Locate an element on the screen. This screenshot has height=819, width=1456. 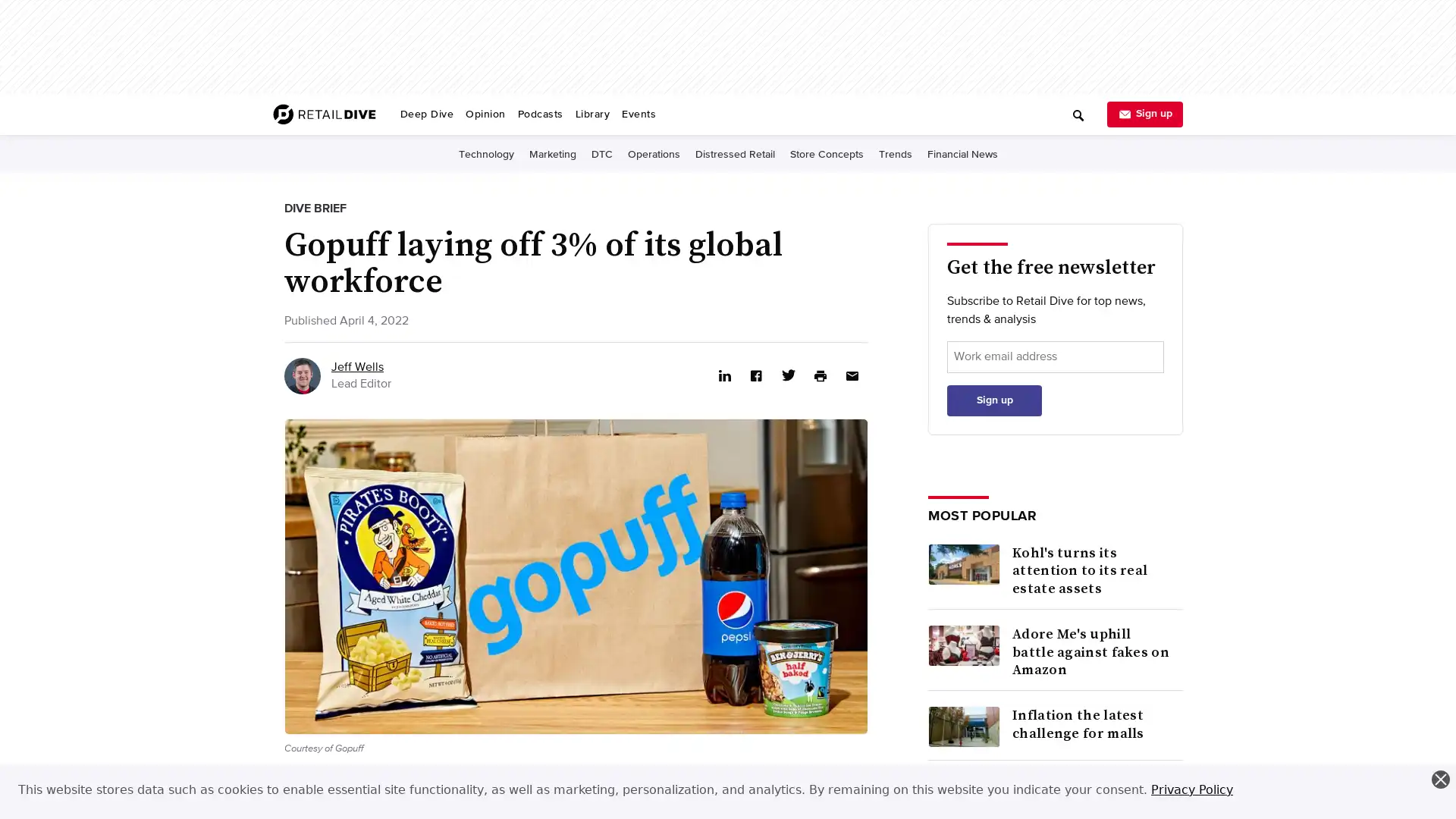
Close this dialog is located at coordinates (1440, 780).